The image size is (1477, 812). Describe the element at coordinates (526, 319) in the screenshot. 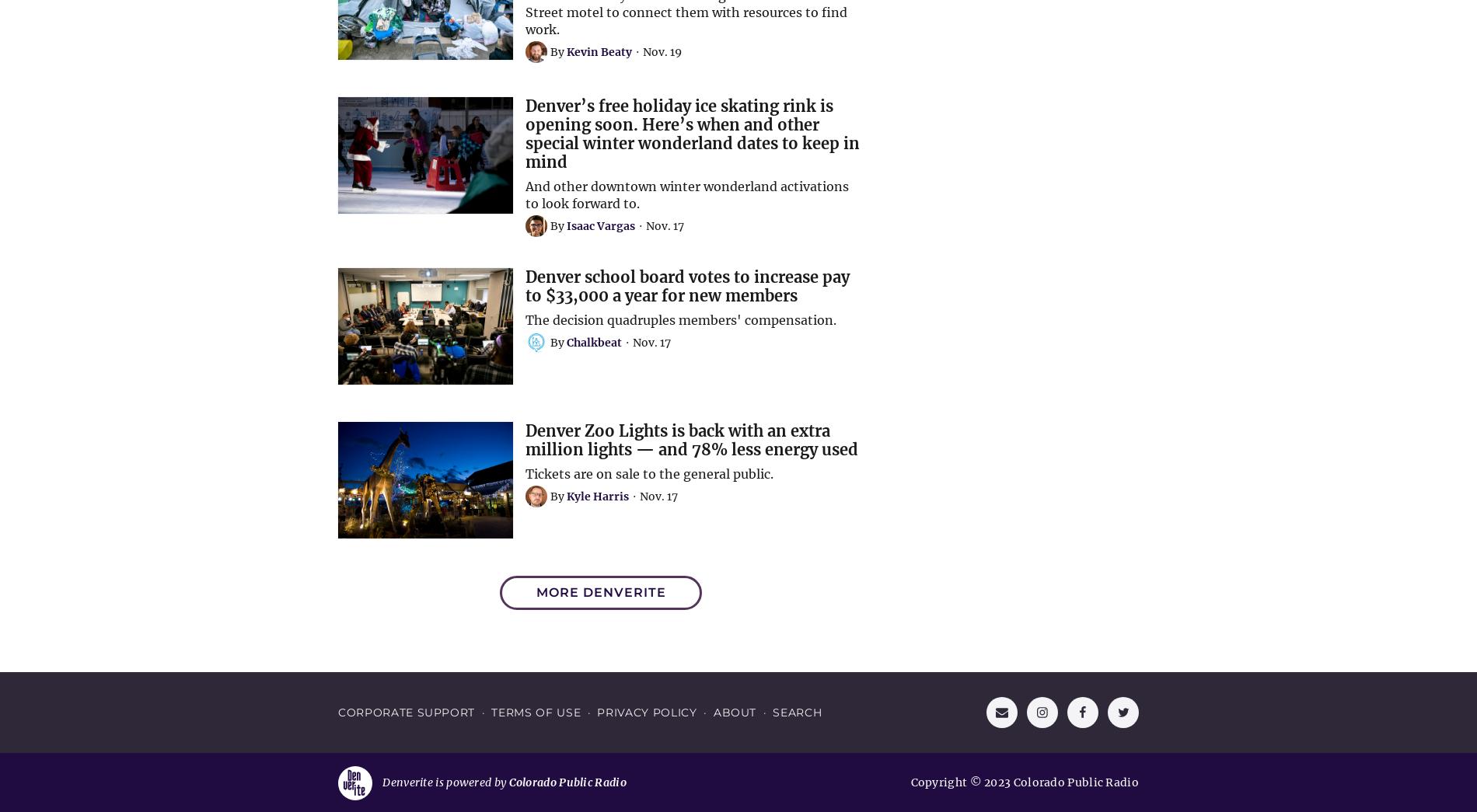

I see `'The decision quadruples members' compensation.'` at that location.